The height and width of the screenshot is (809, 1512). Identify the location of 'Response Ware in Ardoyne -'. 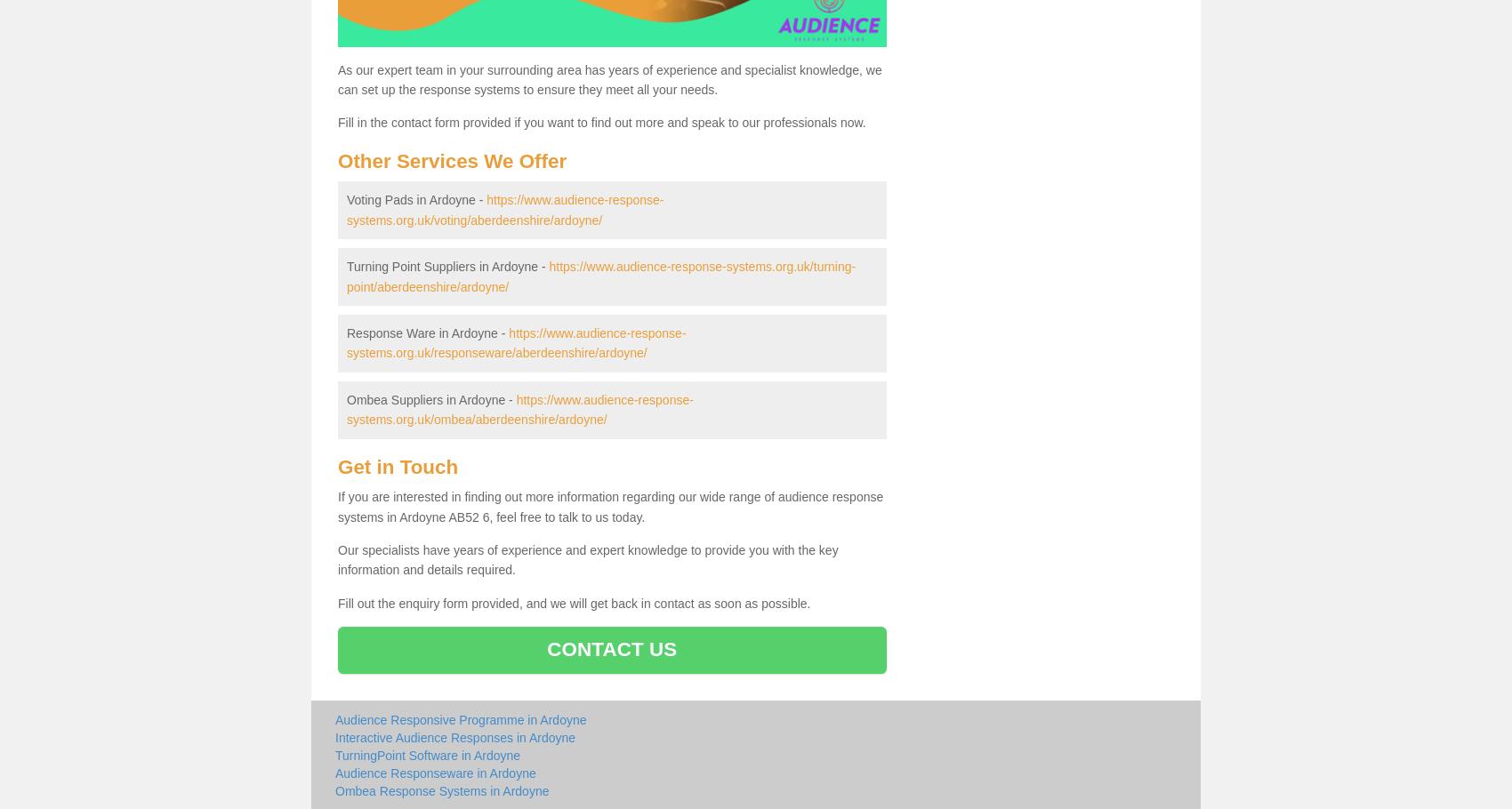
(427, 332).